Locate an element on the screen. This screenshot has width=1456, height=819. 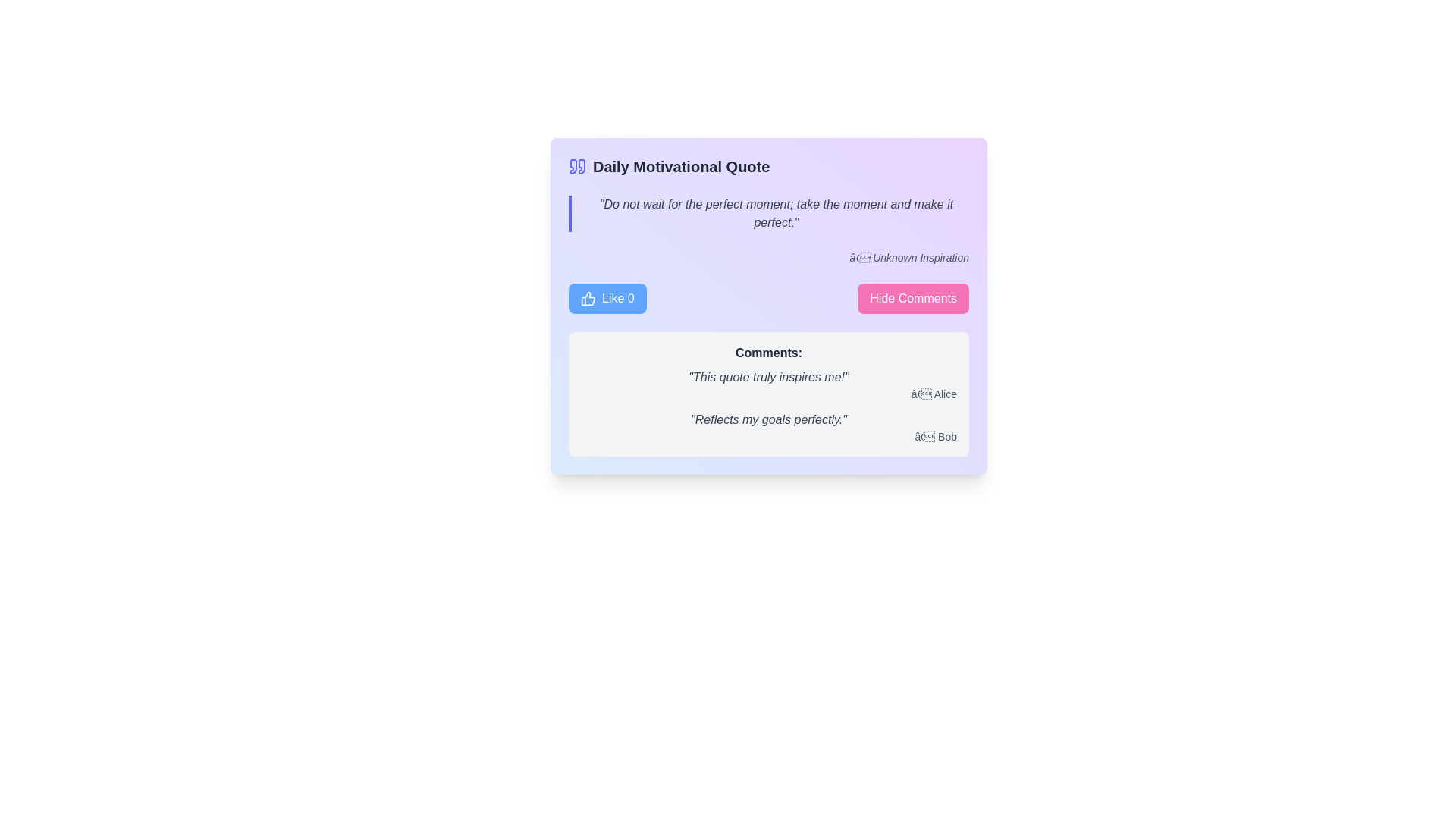
the blue left-facing quotation mark icon located in the header section next to the 'Daily Motivational Quote' text is located at coordinates (577, 166).